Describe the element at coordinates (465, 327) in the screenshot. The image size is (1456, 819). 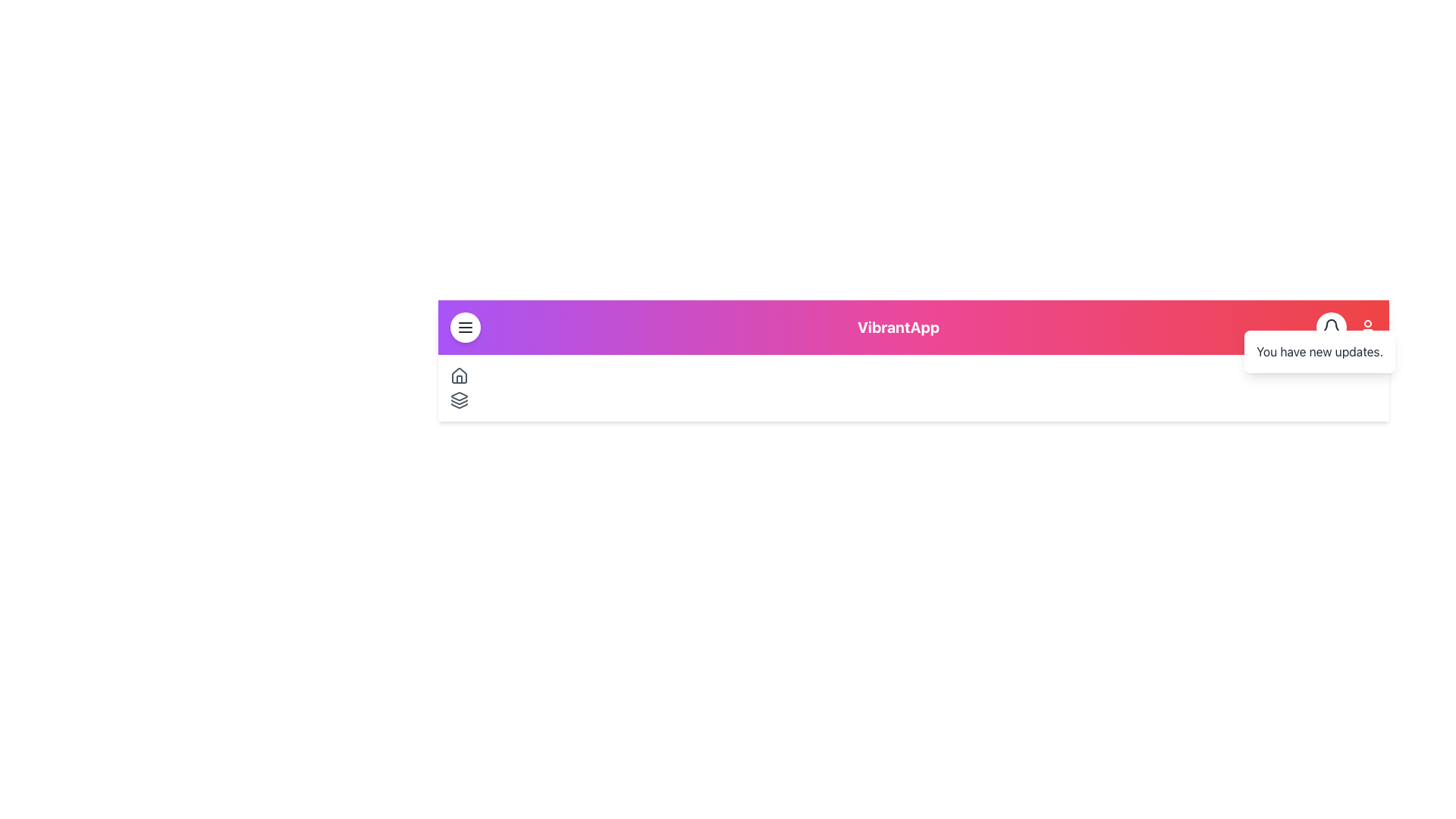
I see `the menu icon located in the top left corner of the vibrant header bar` at that location.